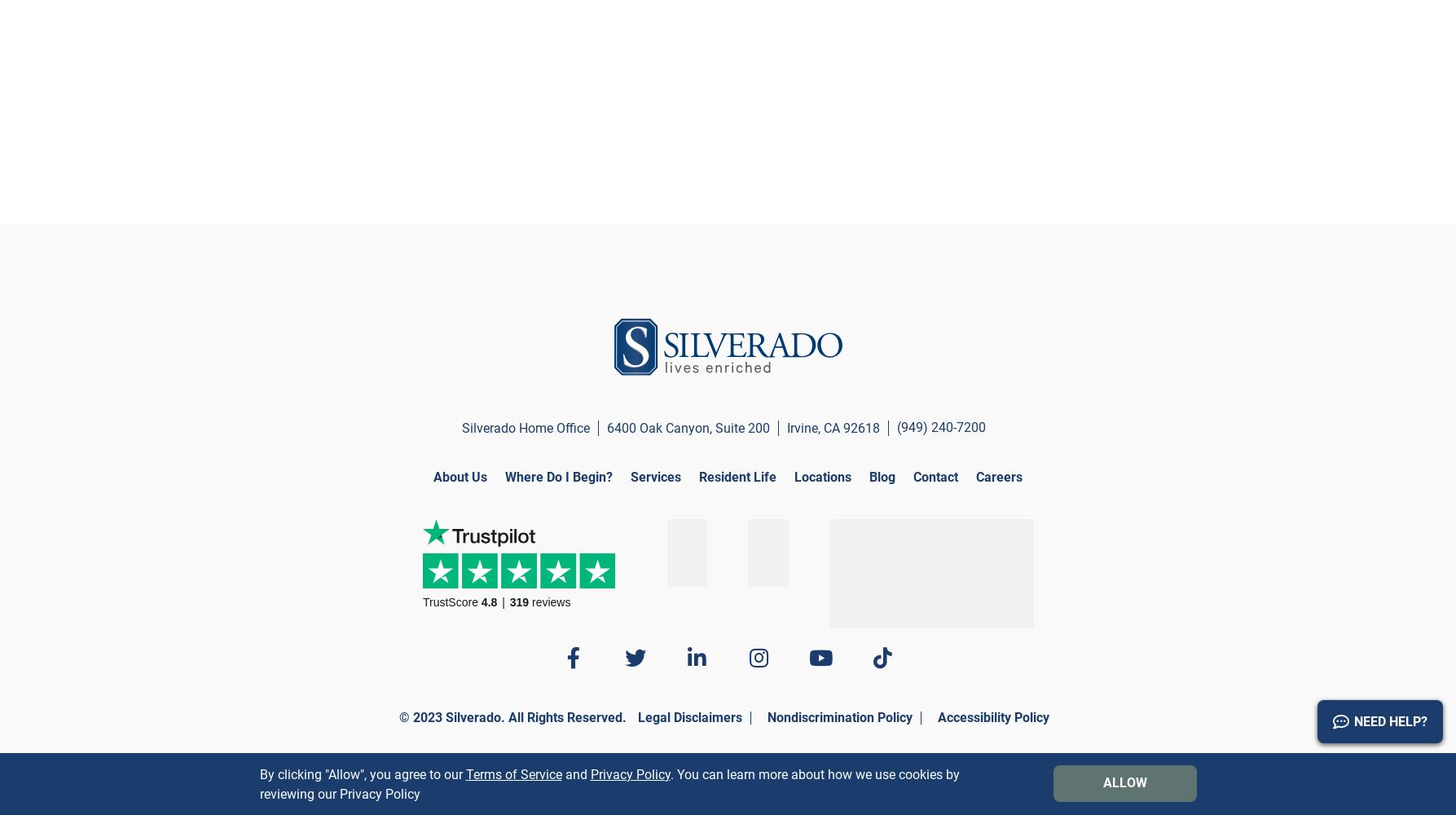 The height and width of the screenshot is (815, 1456). Describe the element at coordinates (460, 476) in the screenshot. I see `'About Us'` at that location.